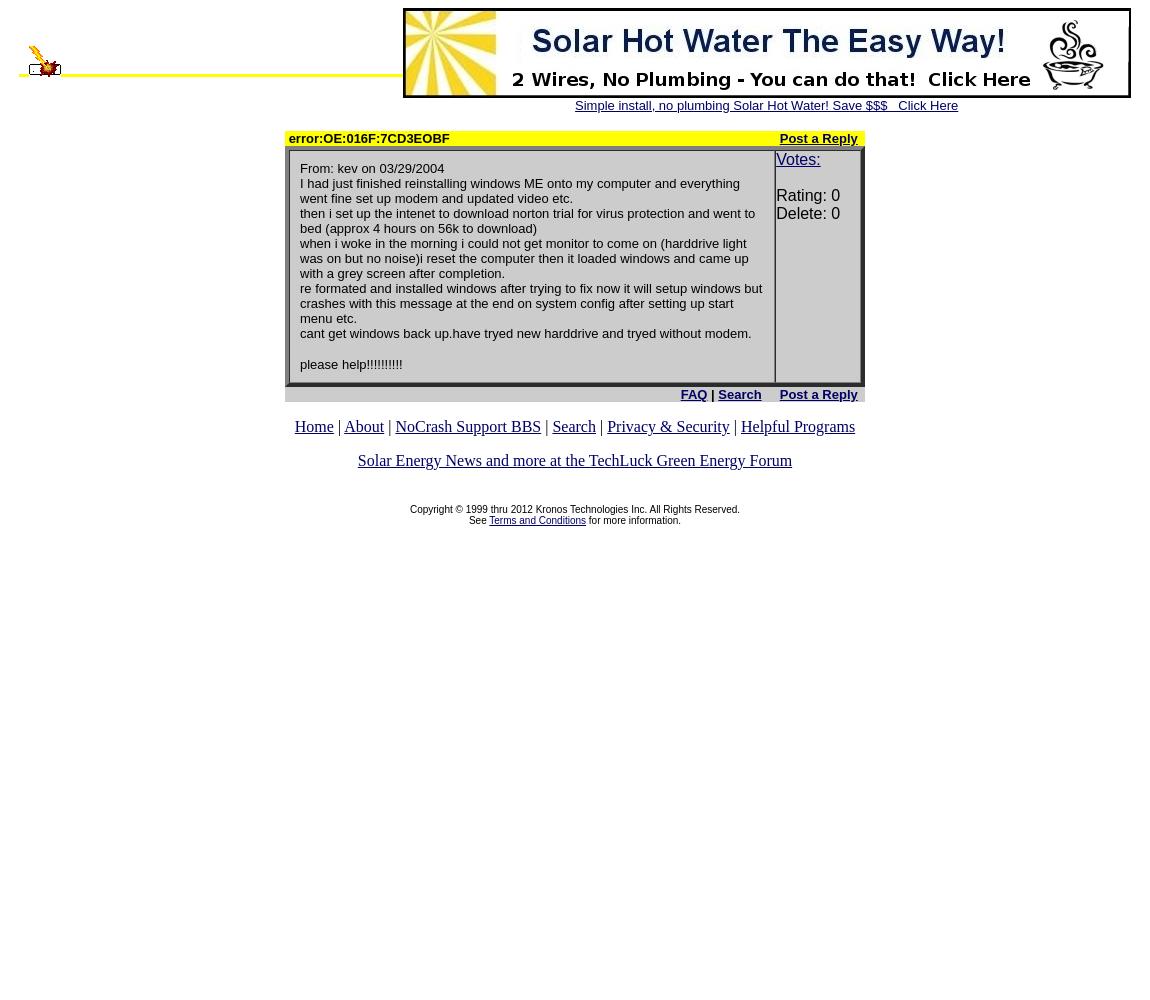 The width and height of the screenshot is (1150, 1000). I want to click on 'when i woke in the morning i could not get monitor to come on (harddrive light was on but no noise)i reset the computer then it loaded windows and came up with a grey screen after completion.', so click(524, 258).